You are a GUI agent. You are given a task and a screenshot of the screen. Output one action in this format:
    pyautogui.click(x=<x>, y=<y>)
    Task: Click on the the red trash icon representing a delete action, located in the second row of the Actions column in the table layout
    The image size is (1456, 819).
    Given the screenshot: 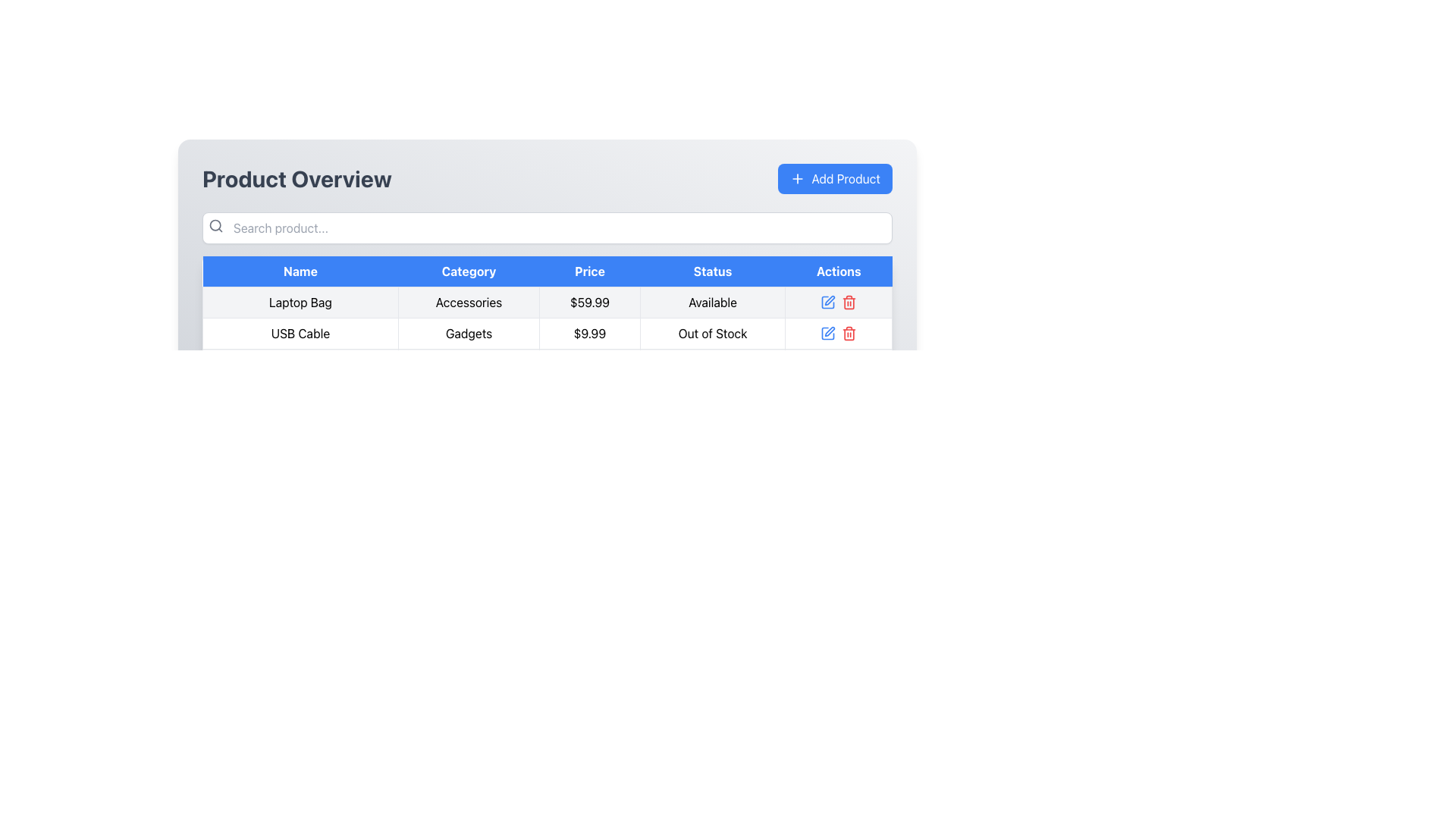 What is the action you would take?
    pyautogui.click(x=848, y=332)
    